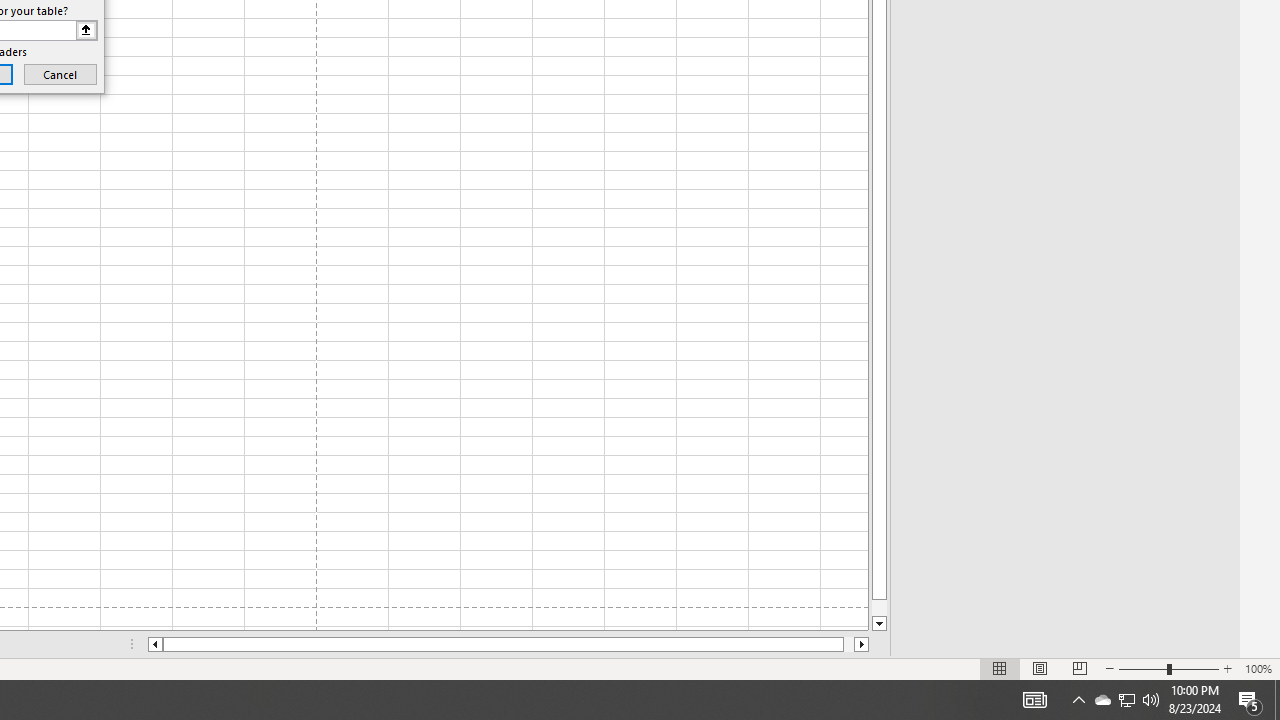 Image resolution: width=1280 pixels, height=720 pixels. What do you see at coordinates (1143, 669) in the screenshot?
I see `'Zoom Out'` at bounding box center [1143, 669].